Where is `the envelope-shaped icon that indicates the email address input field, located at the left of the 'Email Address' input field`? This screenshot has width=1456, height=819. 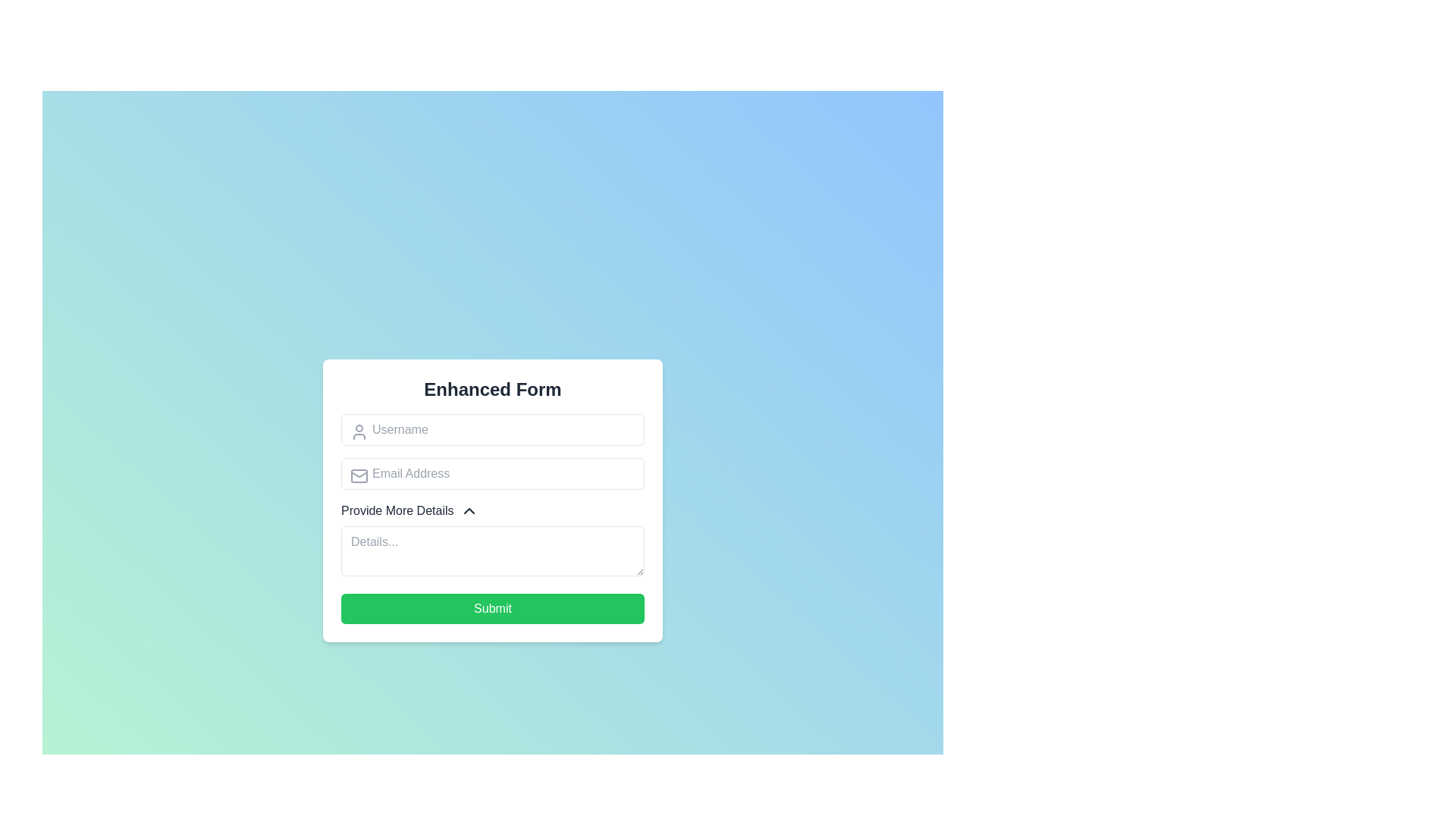 the envelope-shaped icon that indicates the email address input field, located at the left of the 'Email Address' input field is located at coordinates (359, 472).